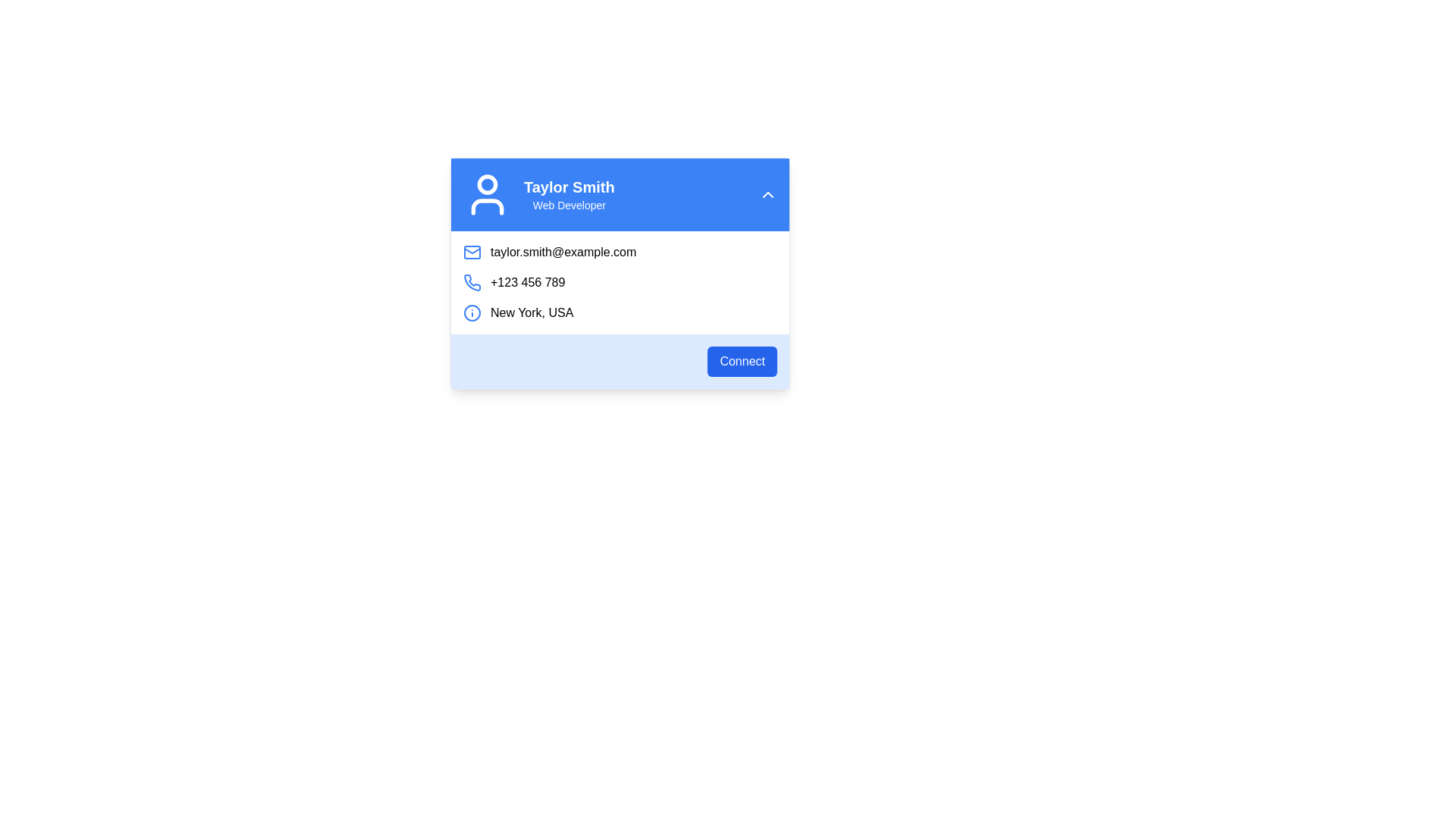 This screenshot has height=819, width=1456. What do you see at coordinates (472, 251) in the screenshot?
I see `the SVG rectangle representing the envelope icon, which is styled as a hollow rectangle and serves as the background of the envelope graphic` at bounding box center [472, 251].